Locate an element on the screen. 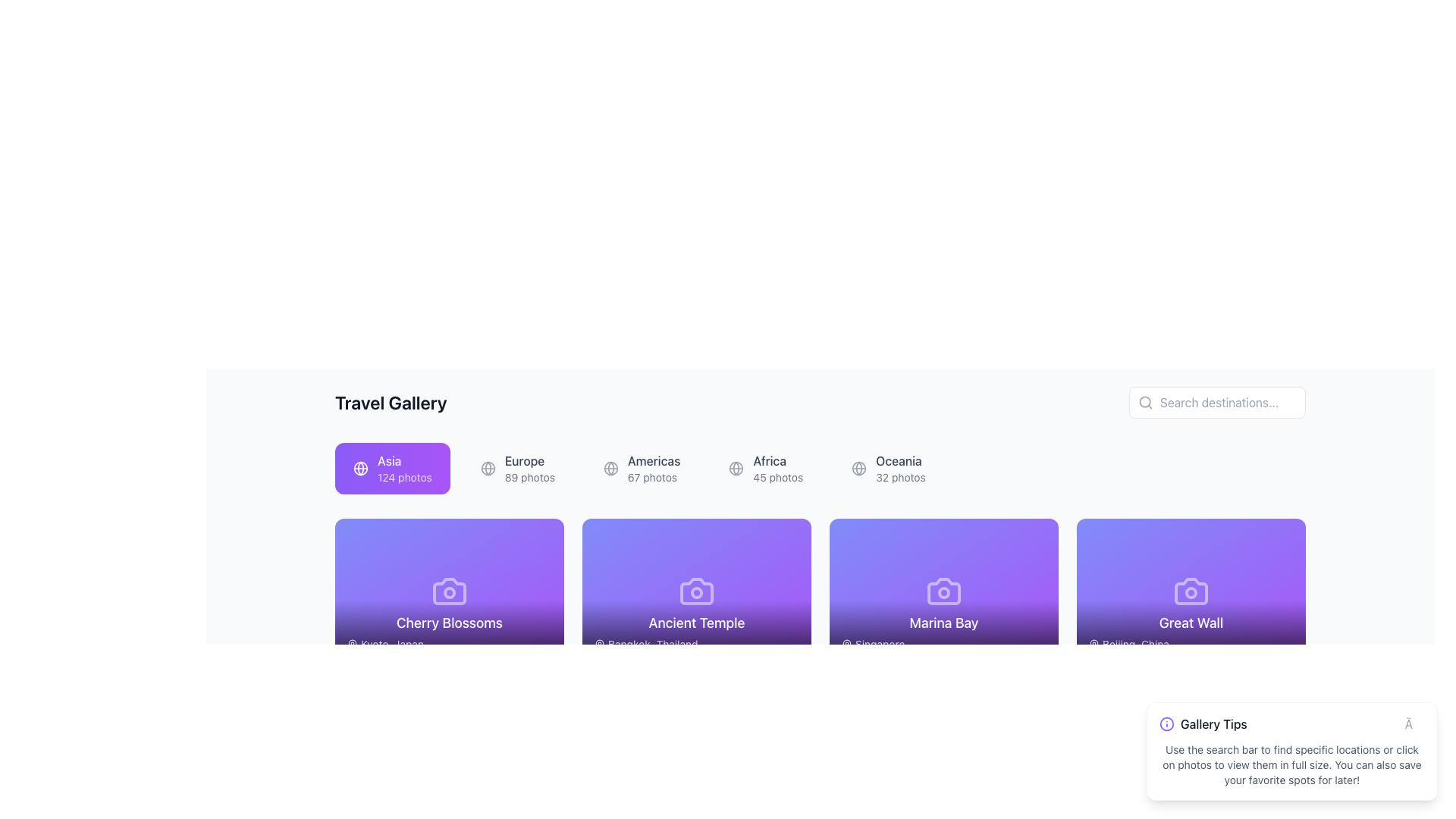  the static text label displaying '67 photos', which is positioned directly beneath the 'Americas' label in the top navigation section is located at coordinates (654, 476).